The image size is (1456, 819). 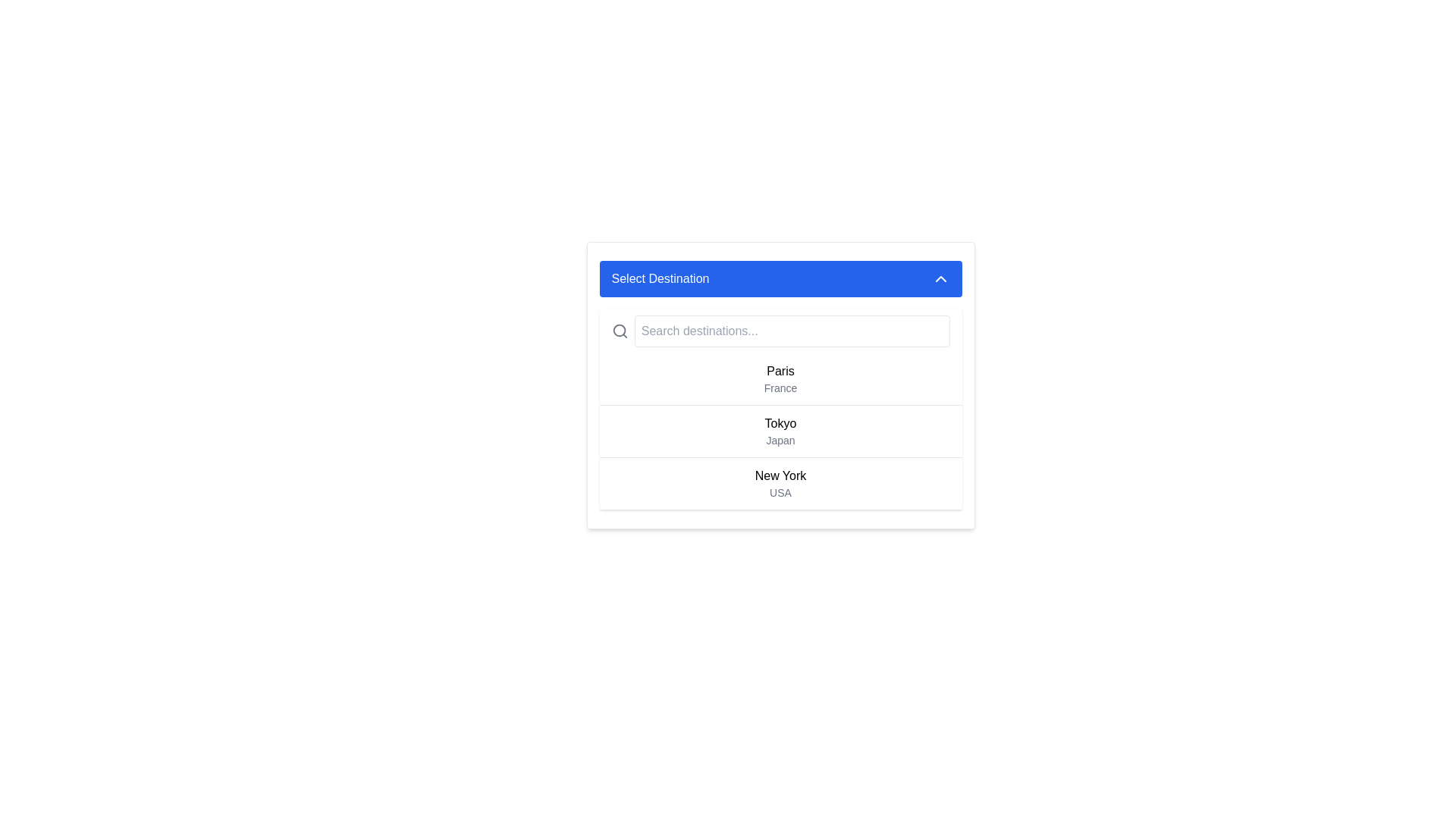 I want to click on the centrally located dropdown menu, so click(x=780, y=384).